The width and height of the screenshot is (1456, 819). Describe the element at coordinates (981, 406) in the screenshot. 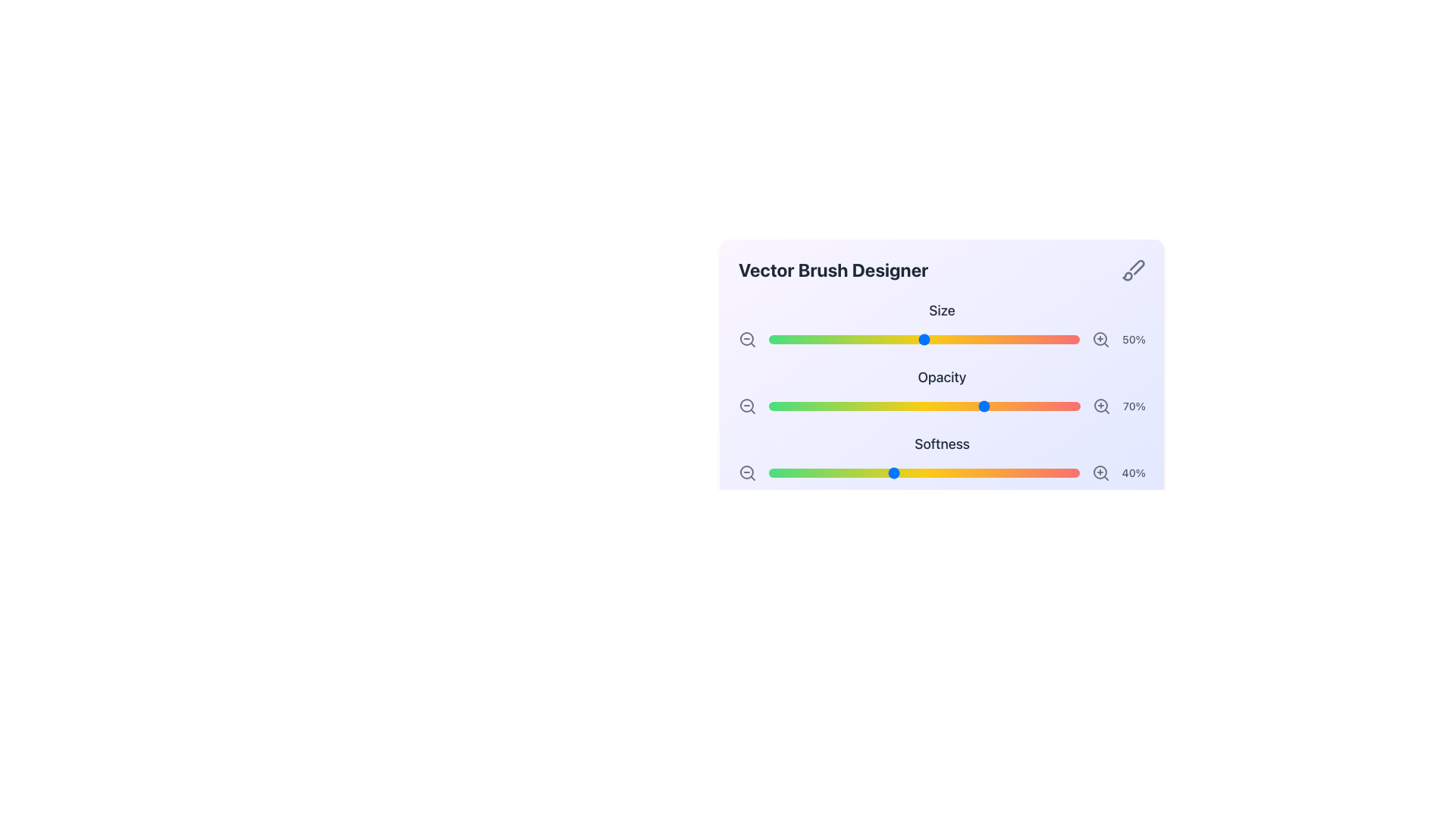

I see `opacity` at that location.